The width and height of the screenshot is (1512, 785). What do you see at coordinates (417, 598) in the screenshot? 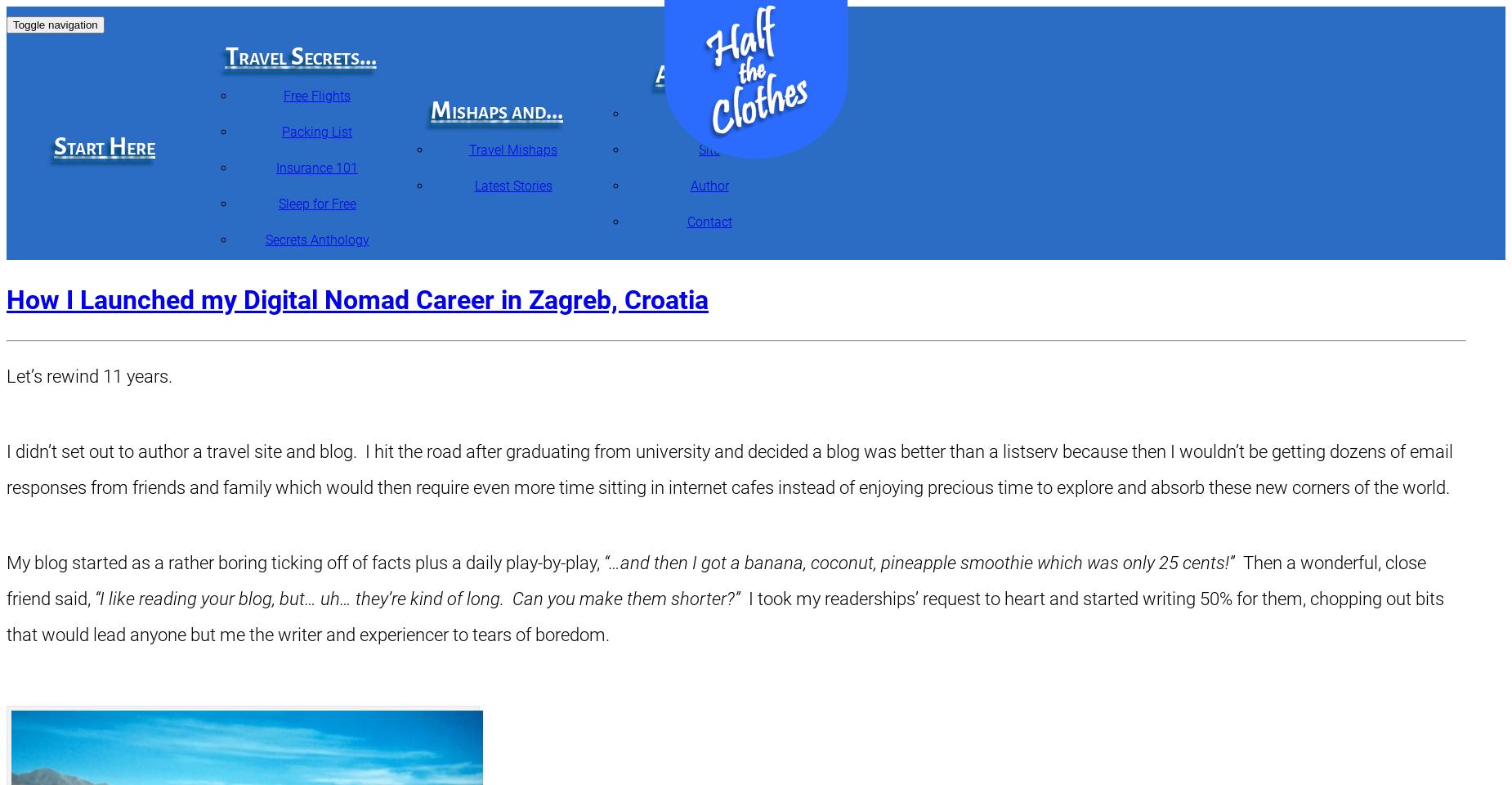
I see `'“I like reading your blog, but… uh… they’re kind of long.   Can you make them shorter?”'` at bounding box center [417, 598].